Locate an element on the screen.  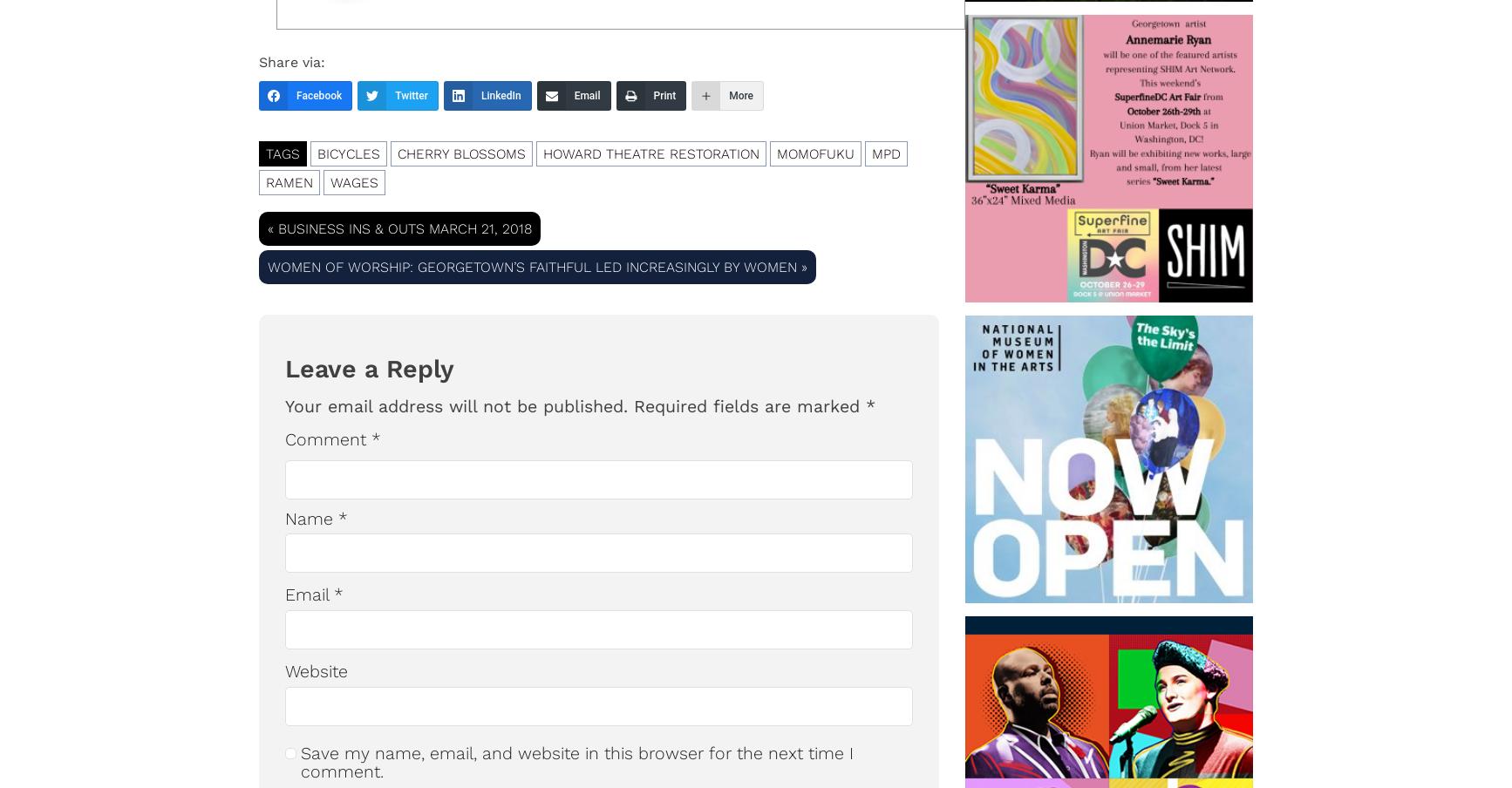
'Print' is located at coordinates (663, 95).